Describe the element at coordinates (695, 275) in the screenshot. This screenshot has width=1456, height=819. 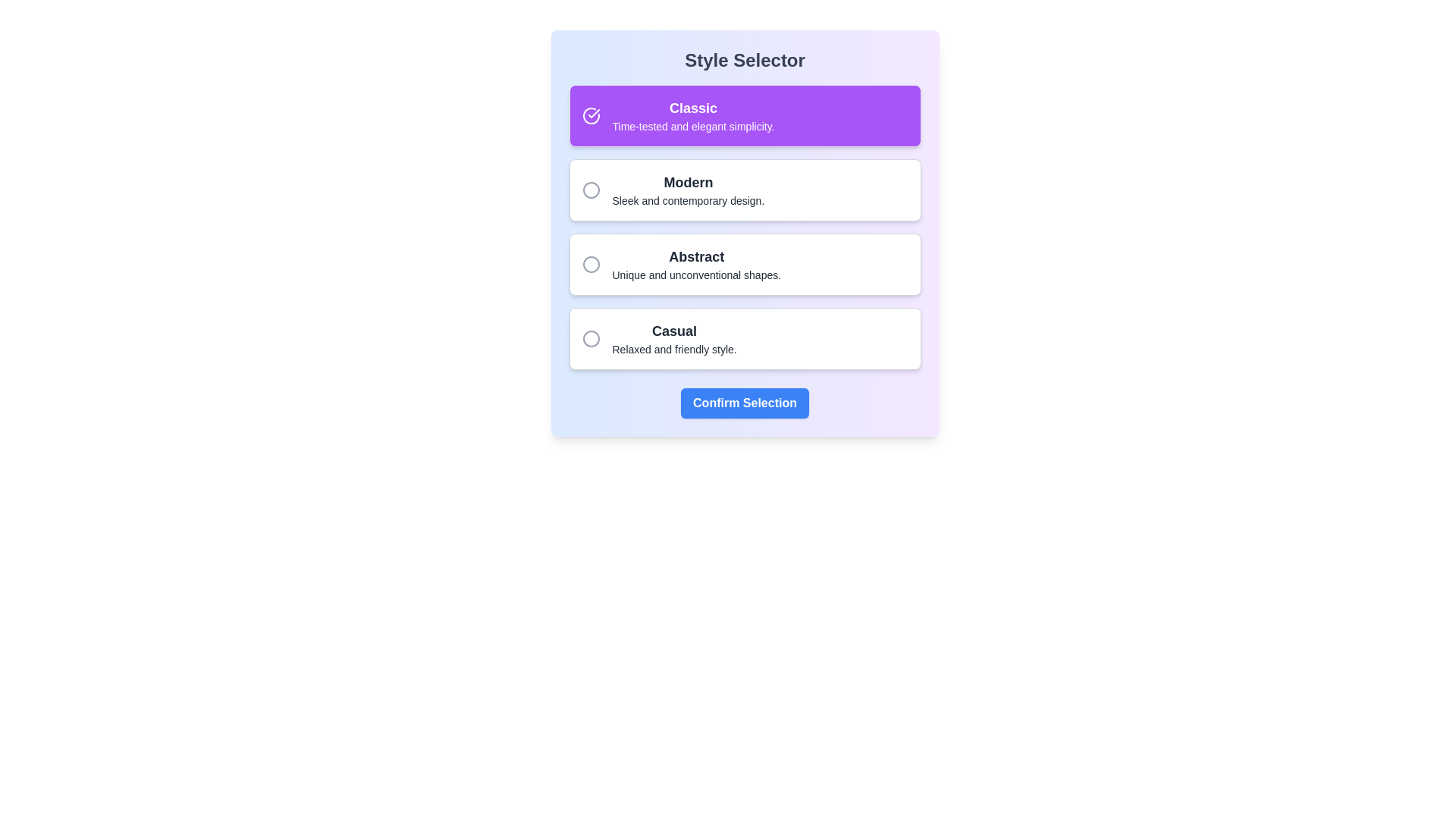
I see `the descriptive text label for the 'Abstract' style option, located beneath 'Abstract' in the Style Selector` at that location.